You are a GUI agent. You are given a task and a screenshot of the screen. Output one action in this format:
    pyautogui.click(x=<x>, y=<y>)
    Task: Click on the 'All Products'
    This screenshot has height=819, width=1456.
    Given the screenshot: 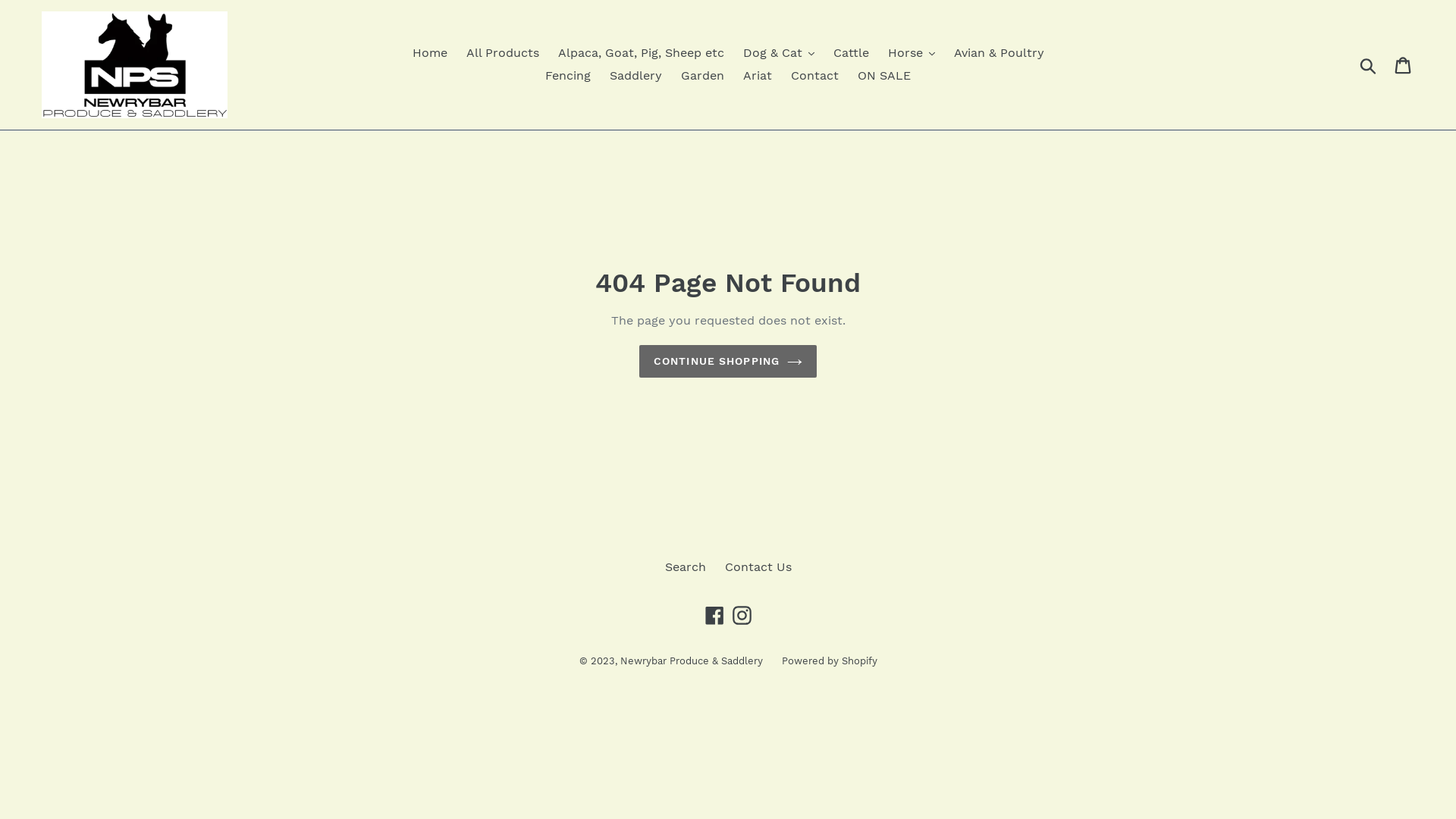 What is the action you would take?
    pyautogui.click(x=457, y=52)
    